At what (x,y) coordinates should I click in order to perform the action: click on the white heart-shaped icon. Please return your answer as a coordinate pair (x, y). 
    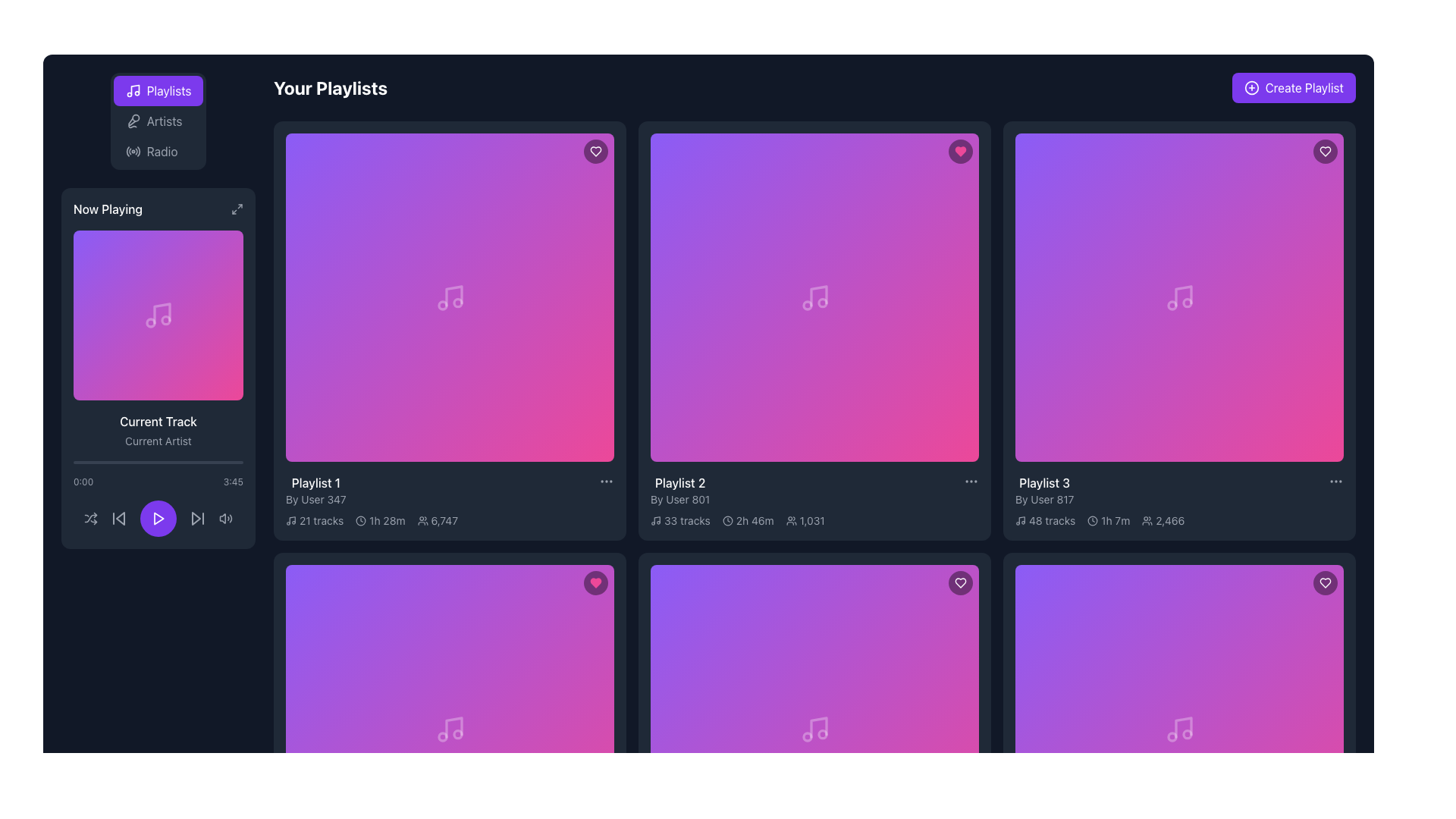
    Looking at the image, I should click on (1324, 582).